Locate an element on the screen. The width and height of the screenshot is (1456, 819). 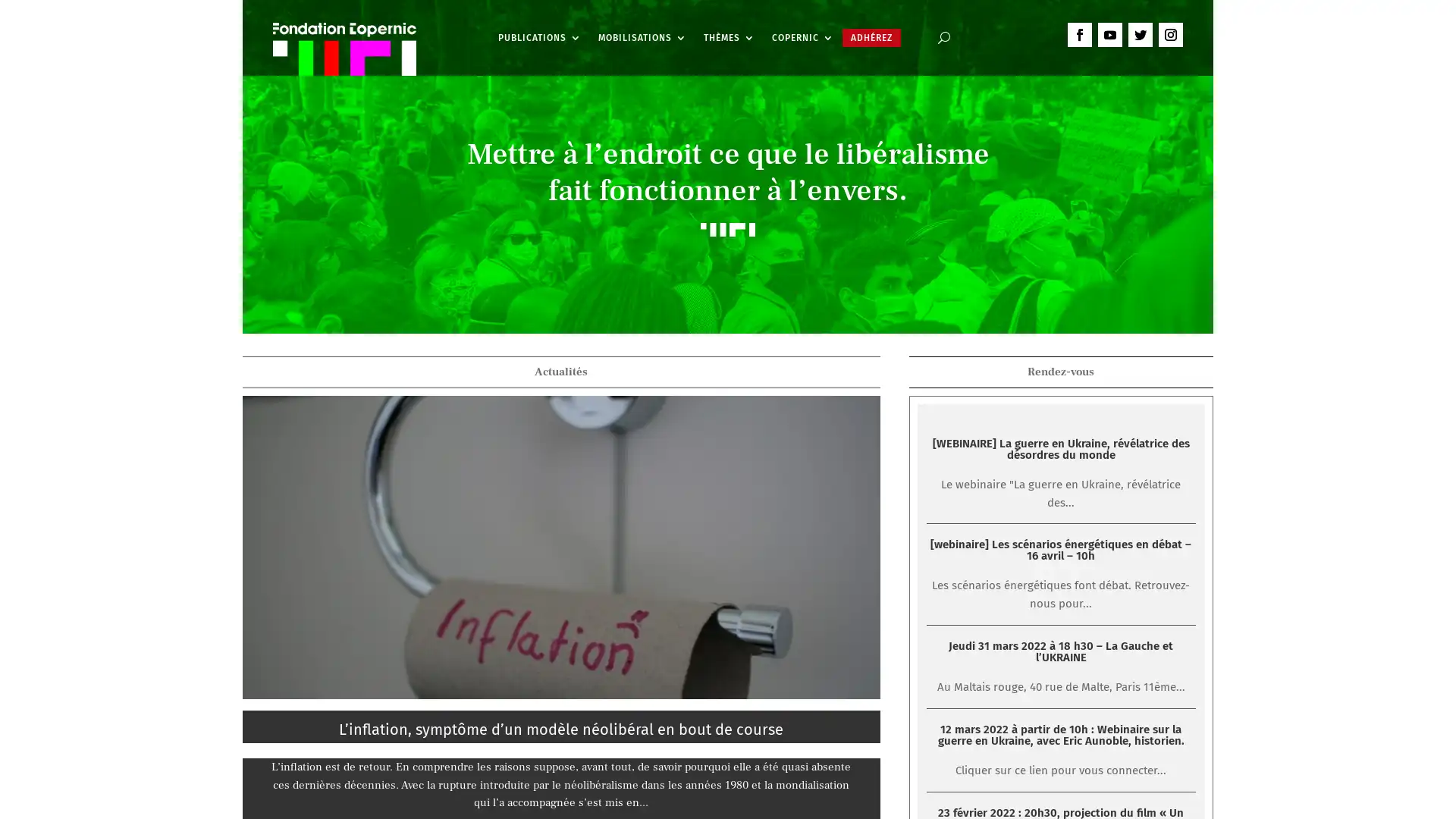
U is located at coordinates (942, 37).